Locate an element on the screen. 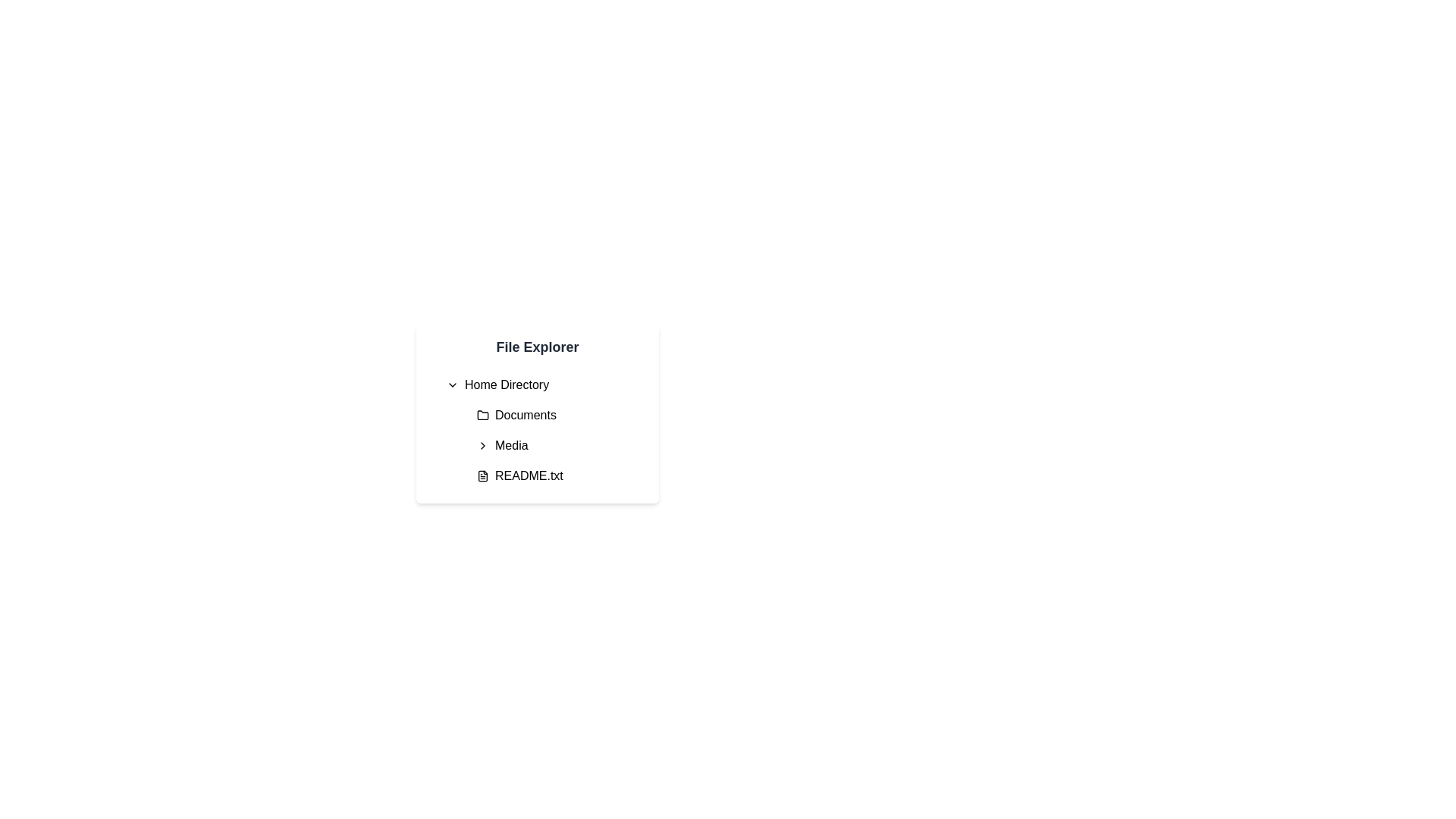 This screenshot has width=1456, height=819. the 'README.txt' file item in the file explorer under the 'Media' directory is located at coordinates (558, 475).